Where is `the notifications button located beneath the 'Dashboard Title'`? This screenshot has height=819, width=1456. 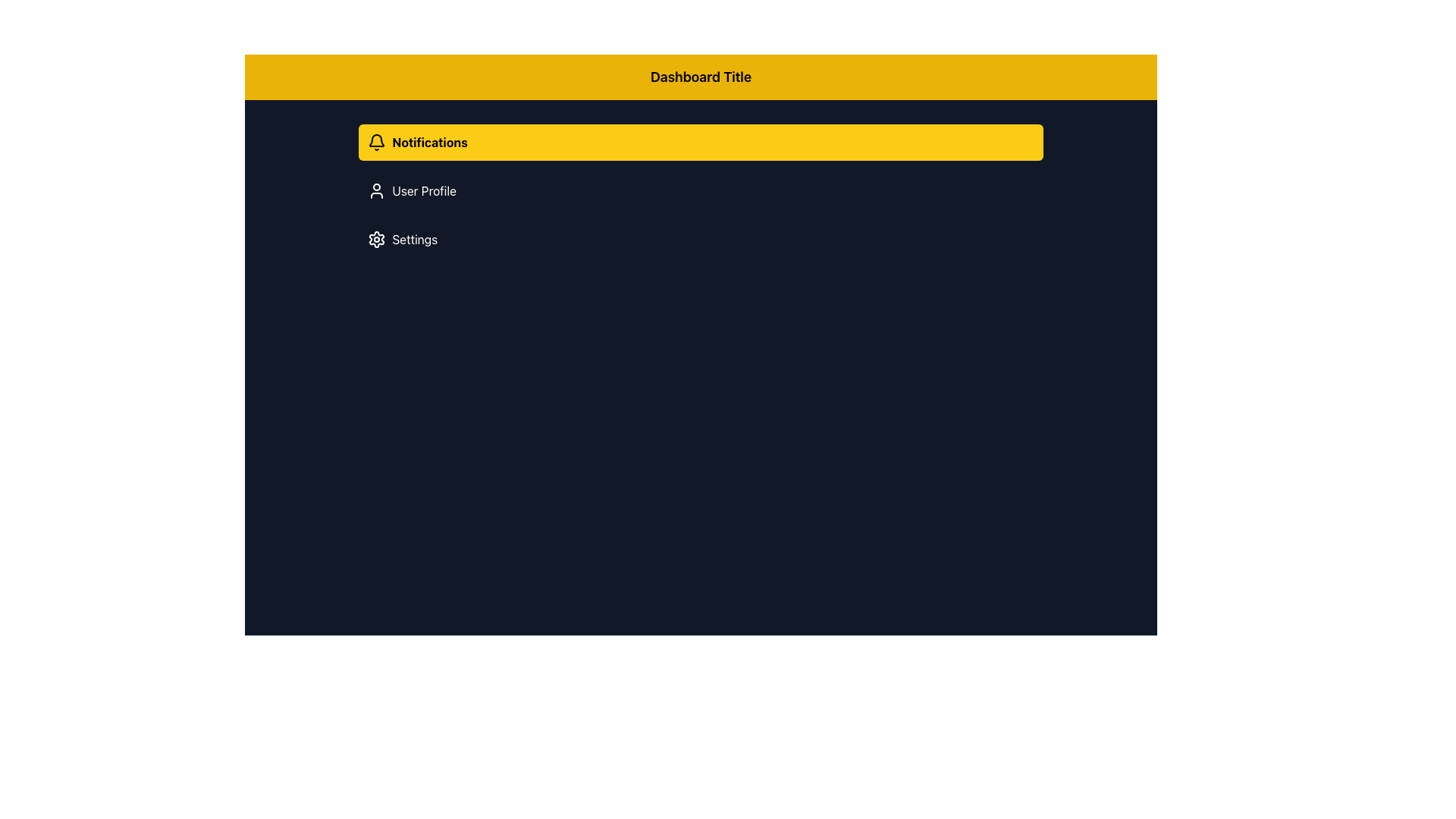
the notifications button located beneath the 'Dashboard Title' is located at coordinates (700, 143).